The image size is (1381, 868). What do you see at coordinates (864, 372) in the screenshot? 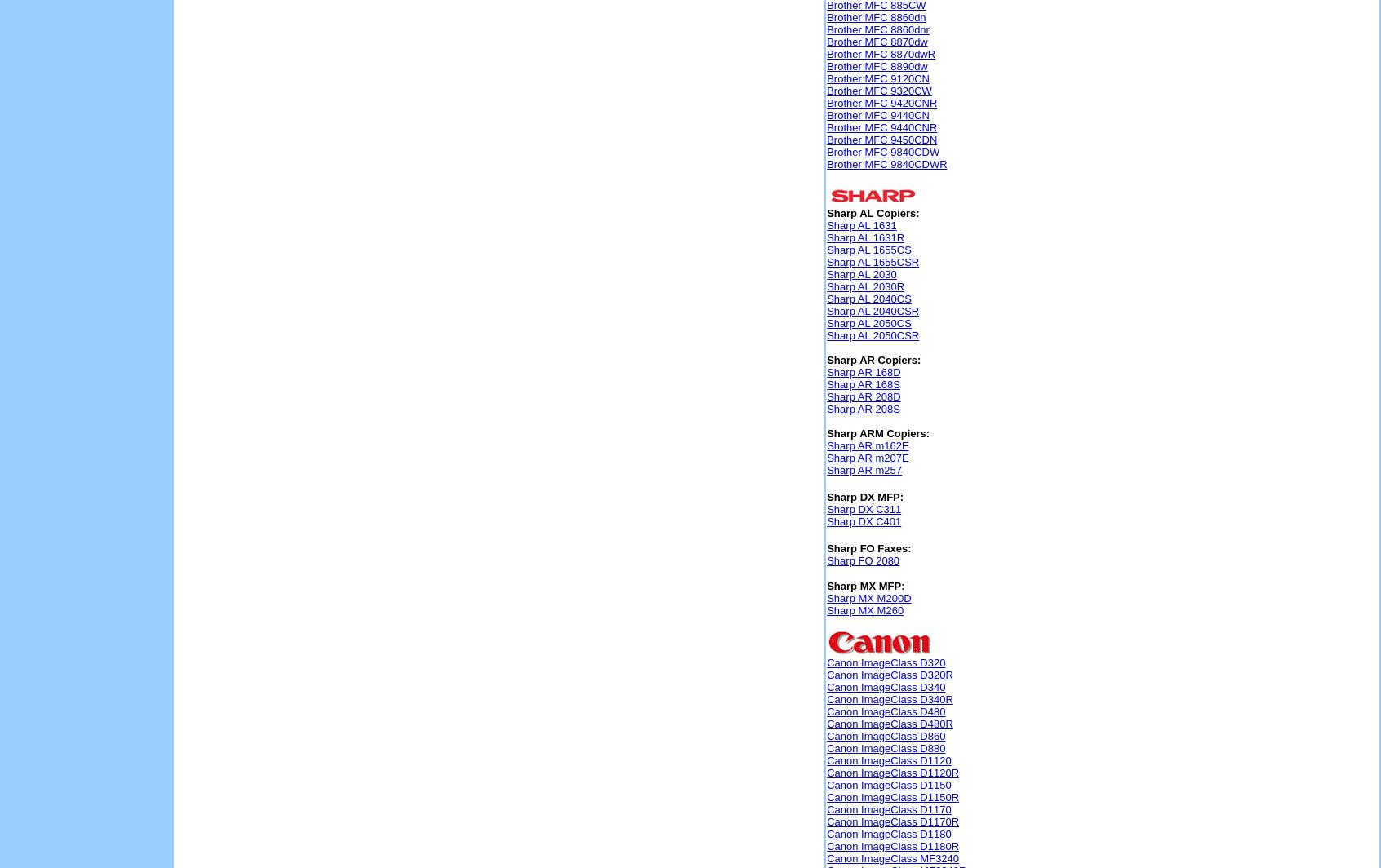
I see `'Sharp AR 168D'` at bounding box center [864, 372].